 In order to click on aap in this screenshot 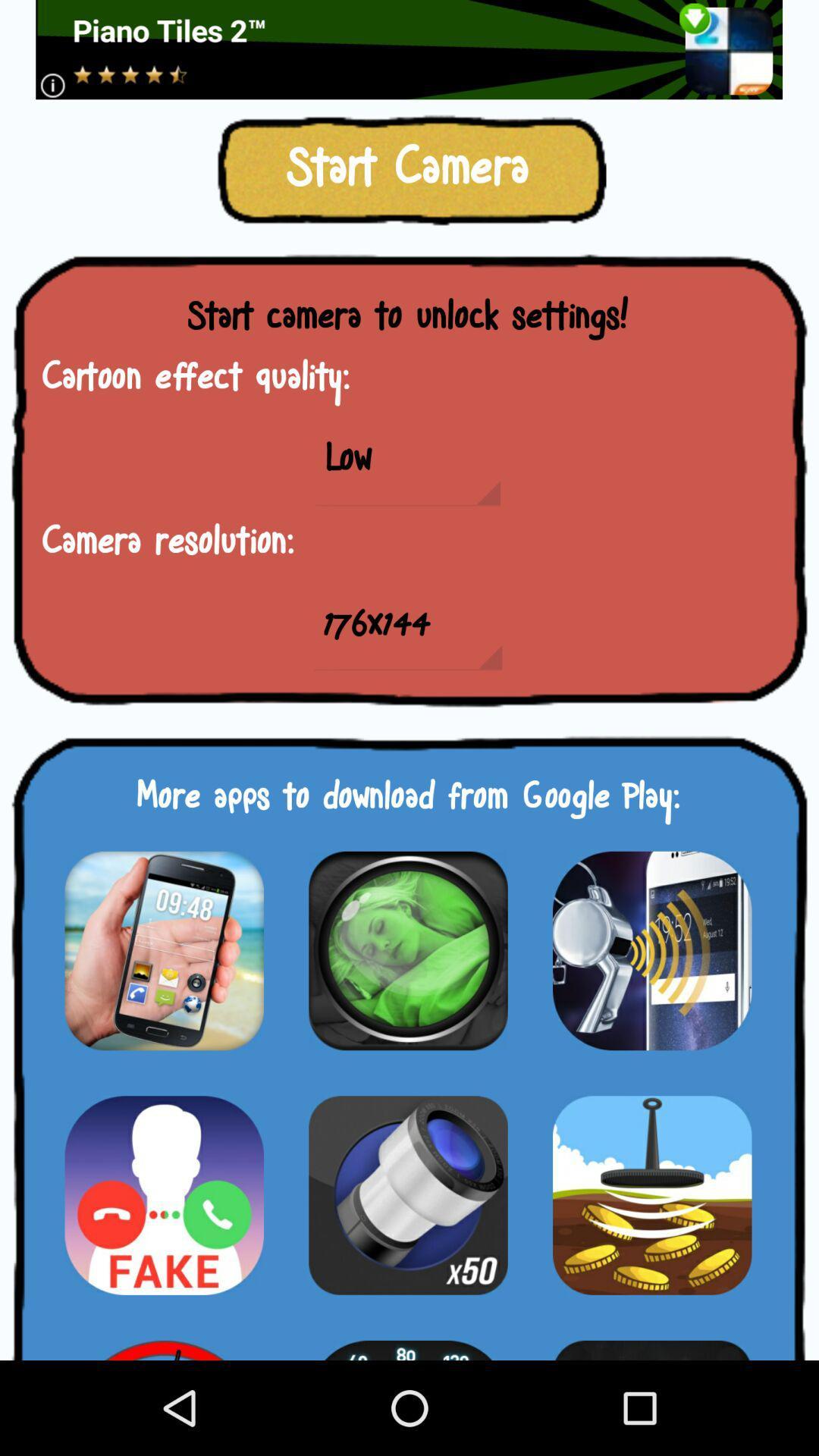, I will do `click(407, 949)`.